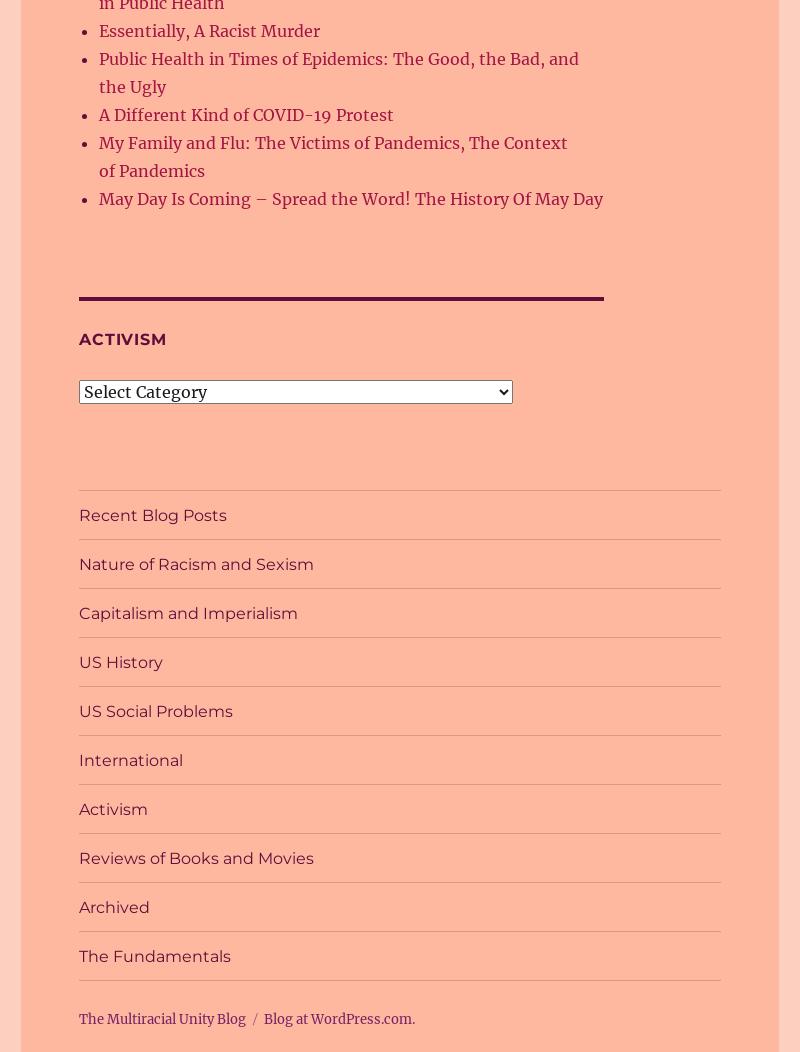 The image size is (800, 1052). I want to click on 'The Multiracial Unity Blog', so click(162, 1018).